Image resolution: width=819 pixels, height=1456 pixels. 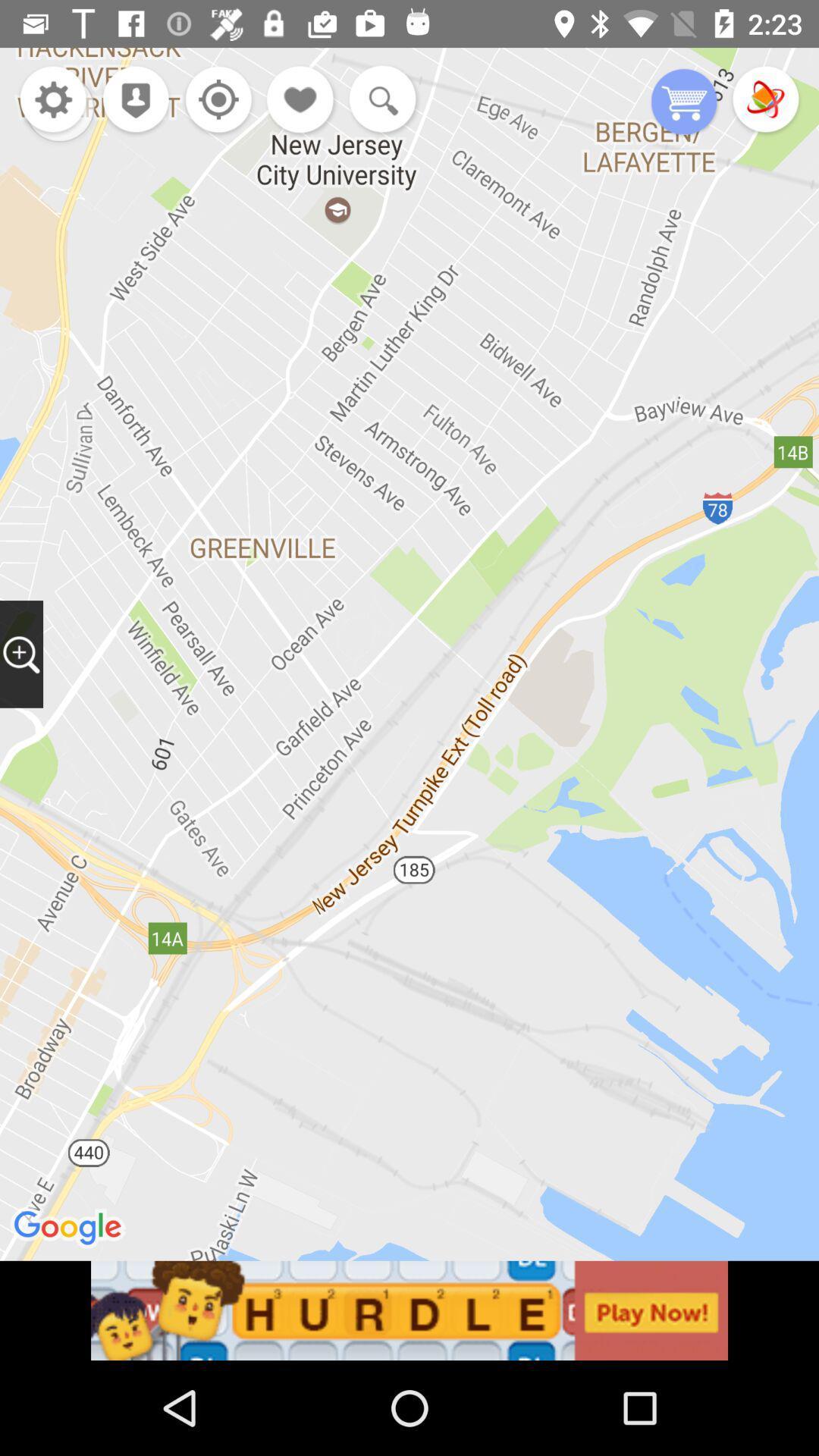 What do you see at coordinates (409, 1310) in the screenshot?
I see `advertisement banner` at bounding box center [409, 1310].